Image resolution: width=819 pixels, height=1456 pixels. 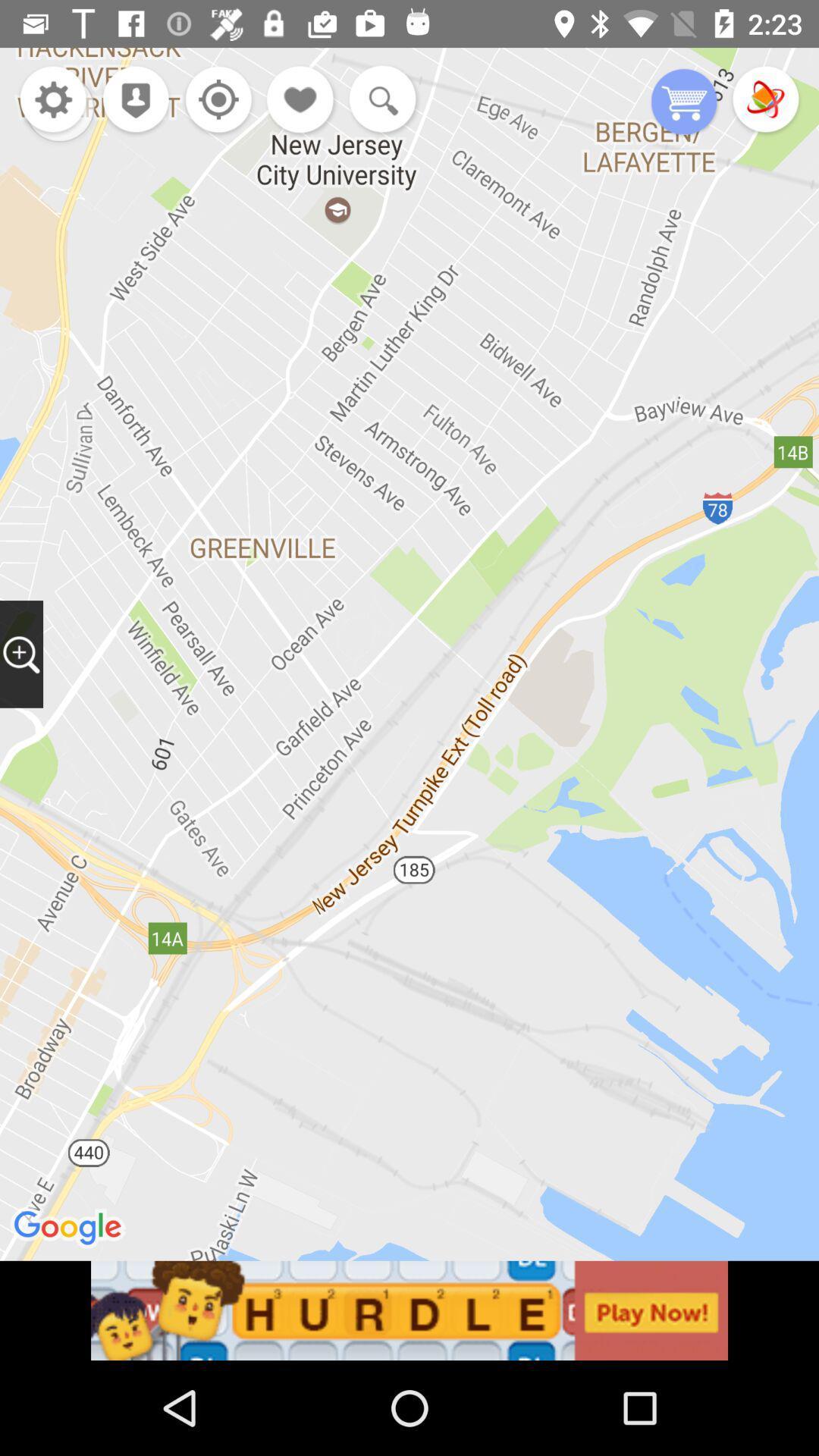 What do you see at coordinates (409, 1310) in the screenshot?
I see `advertisement banner` at bounding box center [409, 1310].